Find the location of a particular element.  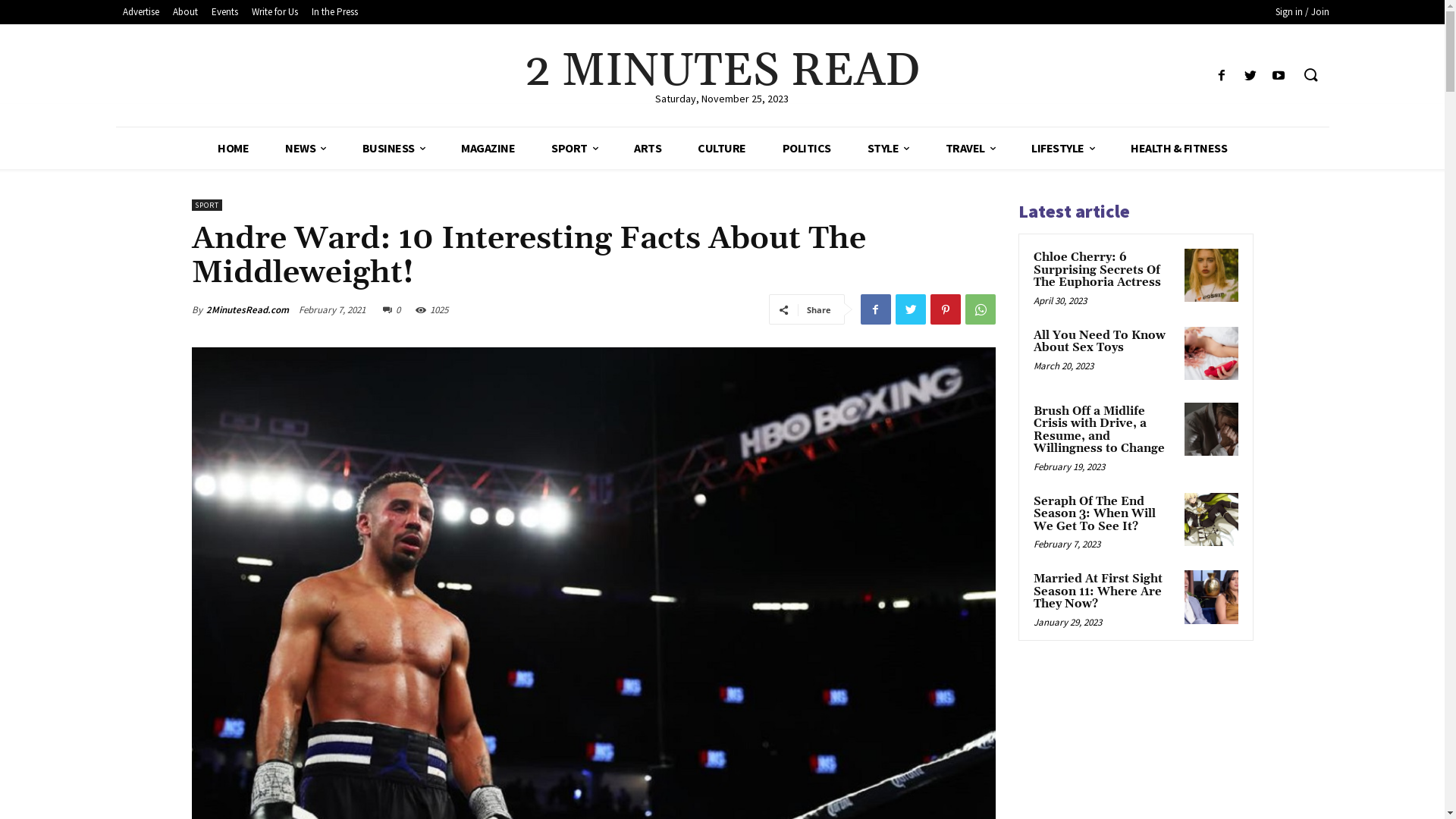

'STYLE' is located at coordinates (888, 148).